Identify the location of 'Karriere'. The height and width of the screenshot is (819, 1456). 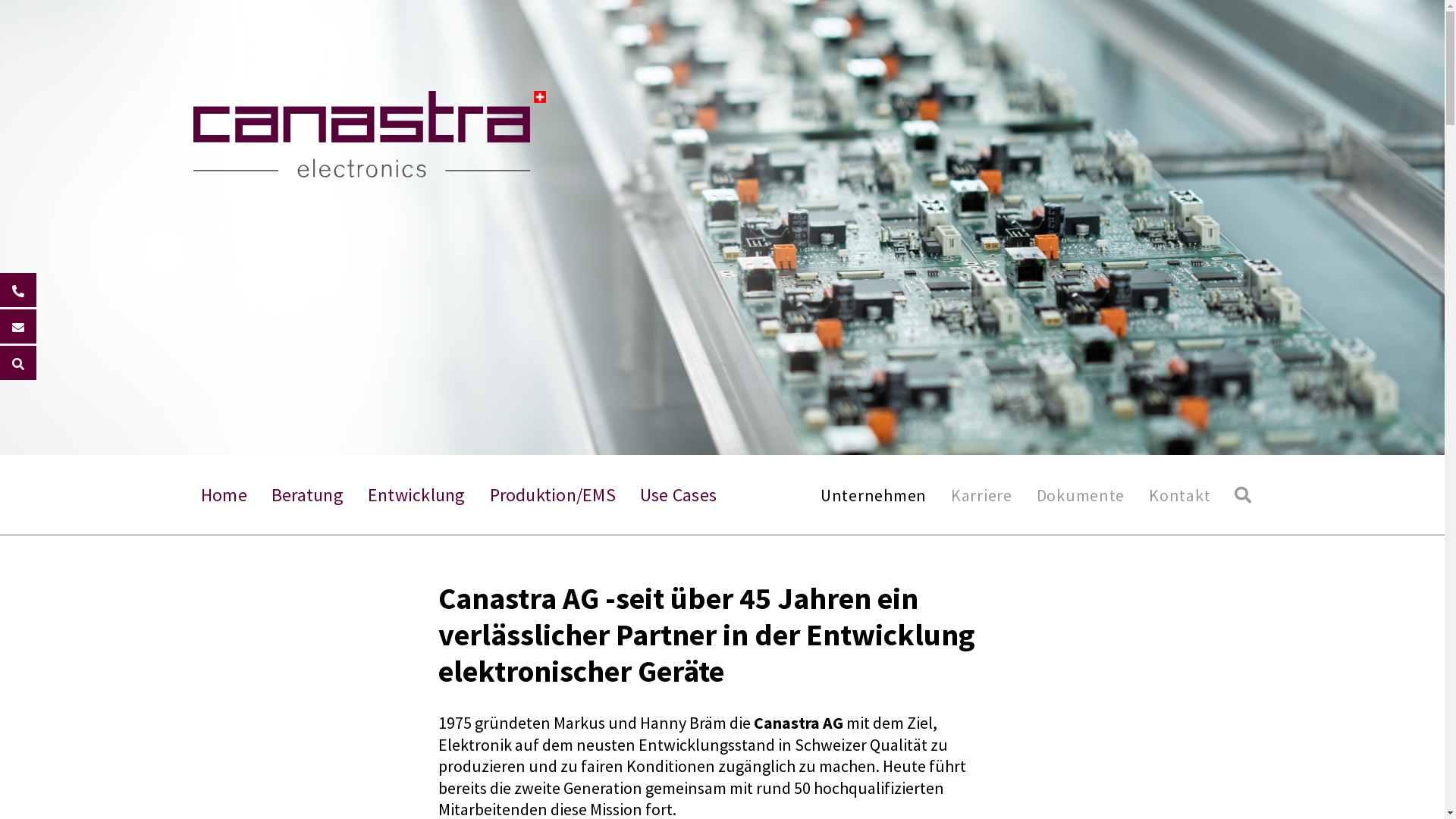
(949, 494).